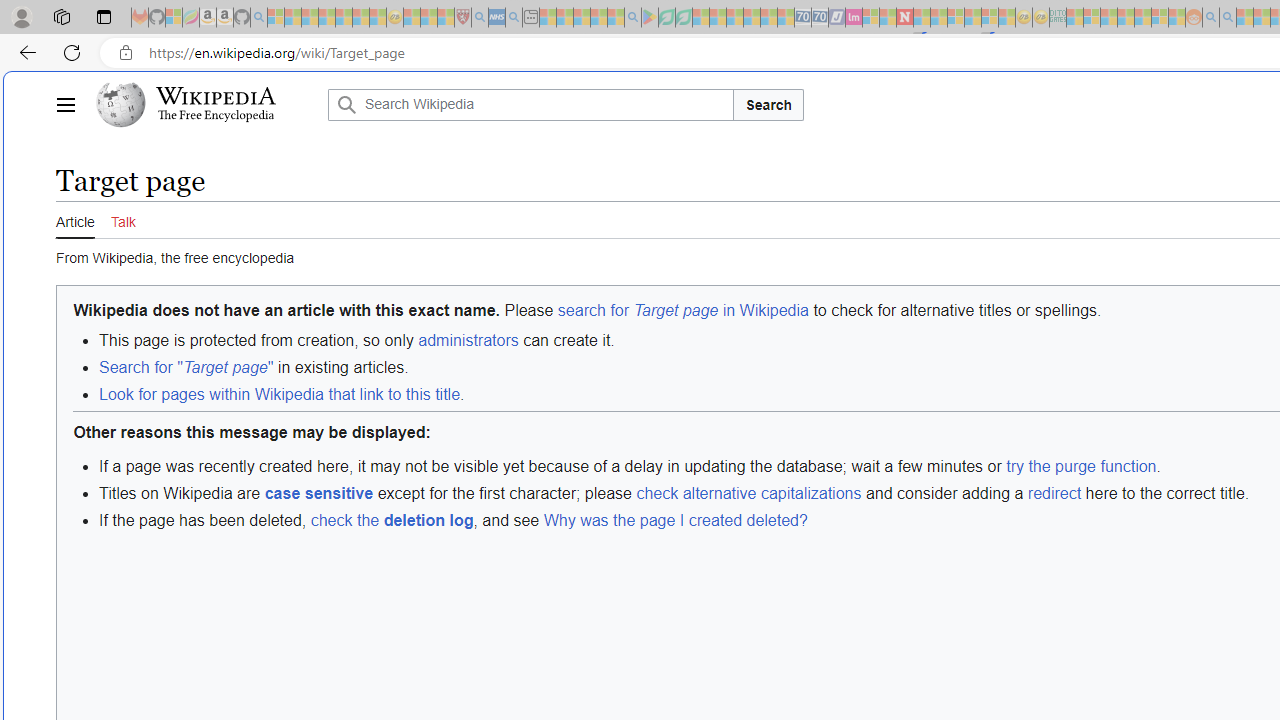 This screenshot has width=1280, height=720. Describe the element at coordinates (216, 116) in the screenshot. I see `'The Free Encyclopedia'` at that location.